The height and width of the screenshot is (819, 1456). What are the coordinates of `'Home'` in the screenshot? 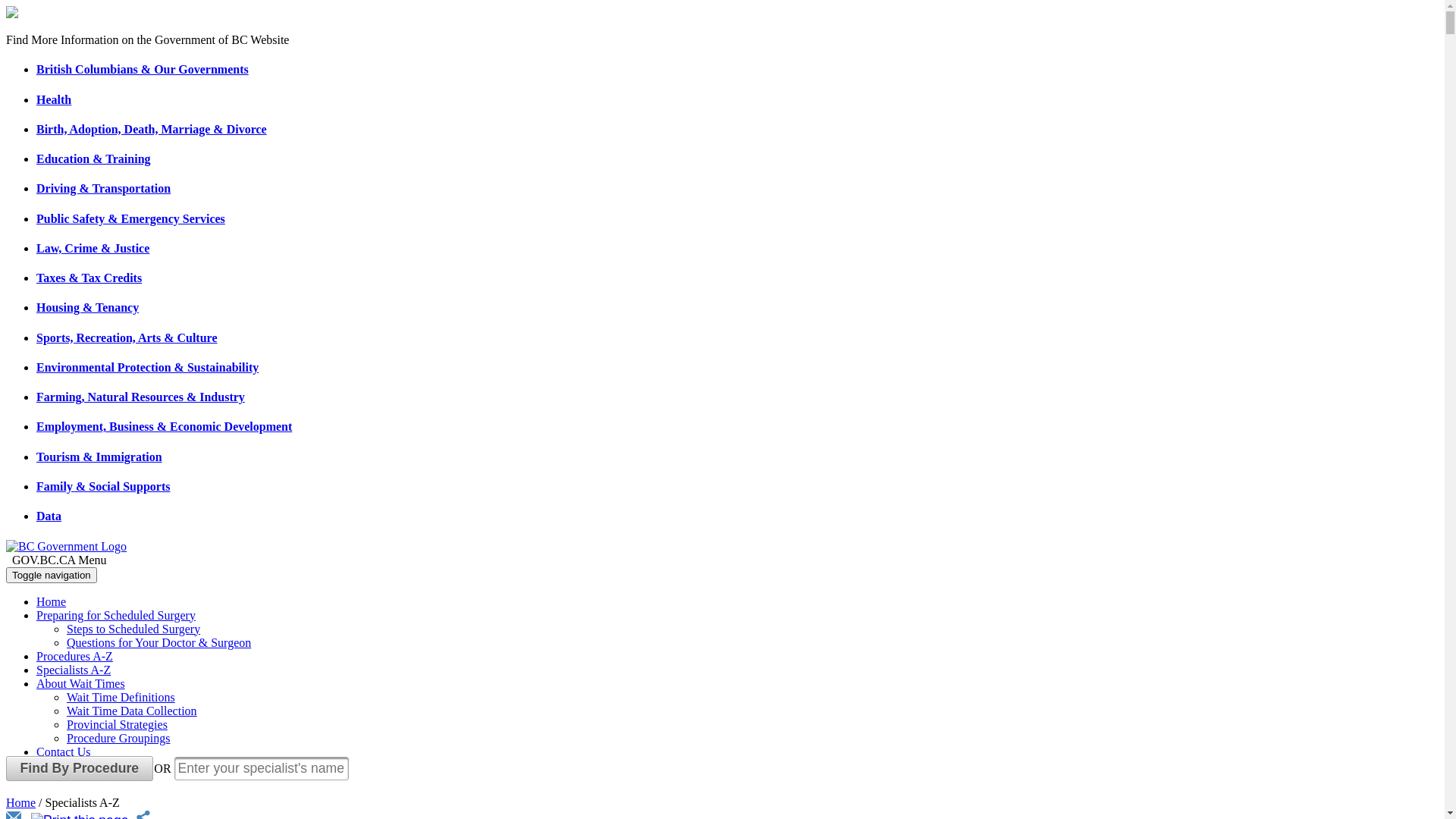 It's located at (20, 802).